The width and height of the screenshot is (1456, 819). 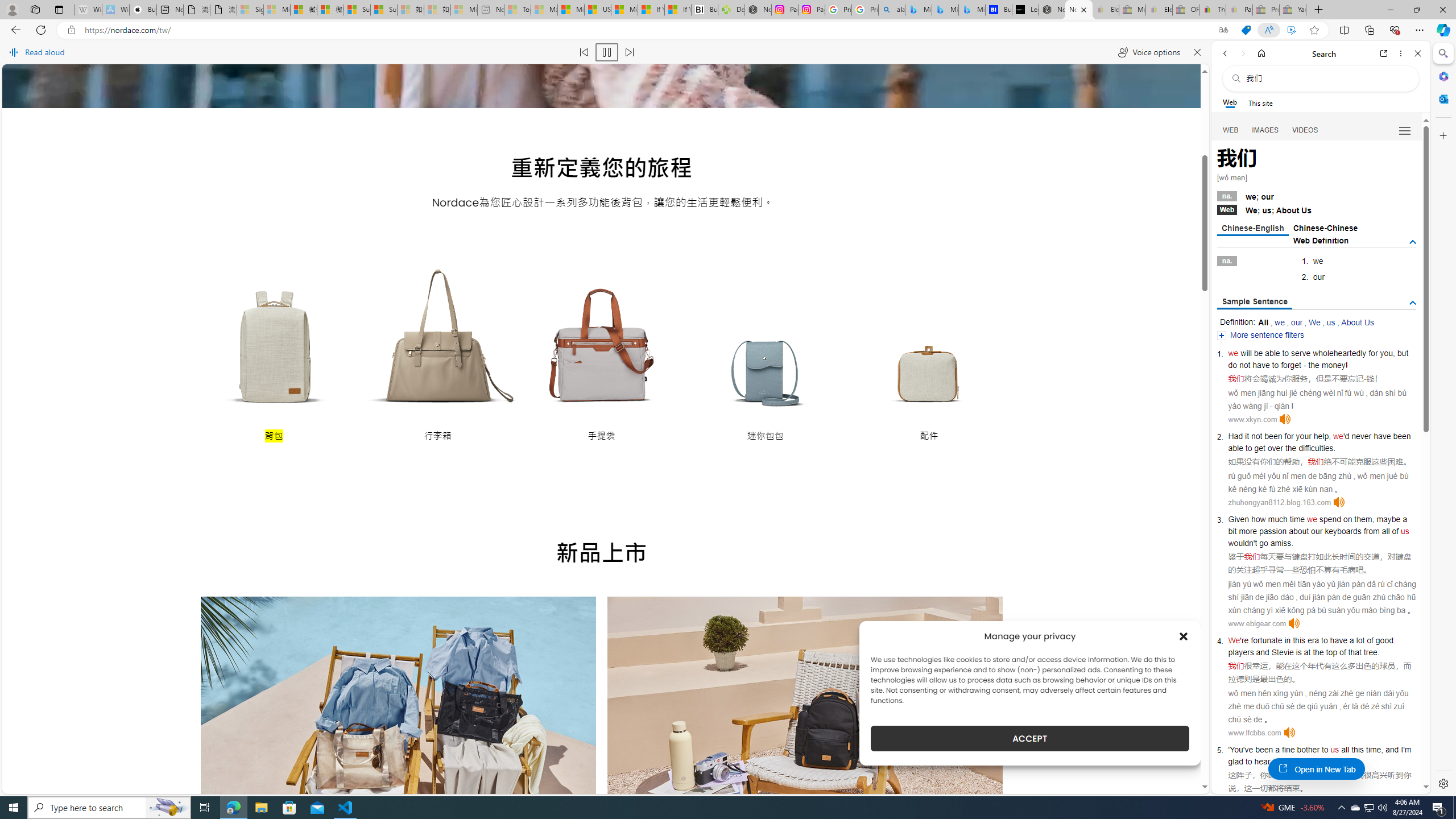 I want to click on 'Voice options', so click(x=1149, y=52).